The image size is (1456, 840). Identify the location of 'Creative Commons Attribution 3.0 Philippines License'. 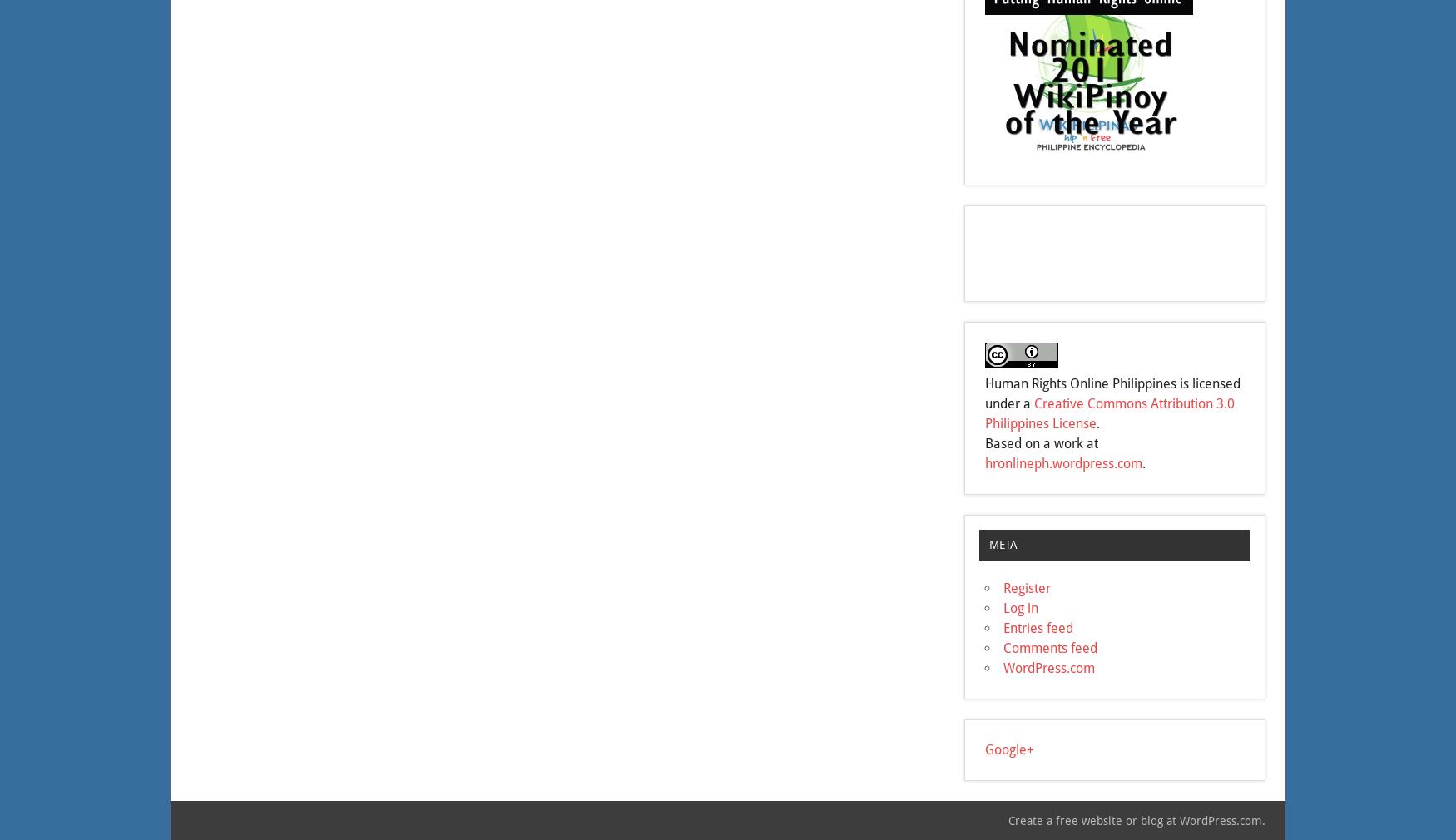
(1110, 413).